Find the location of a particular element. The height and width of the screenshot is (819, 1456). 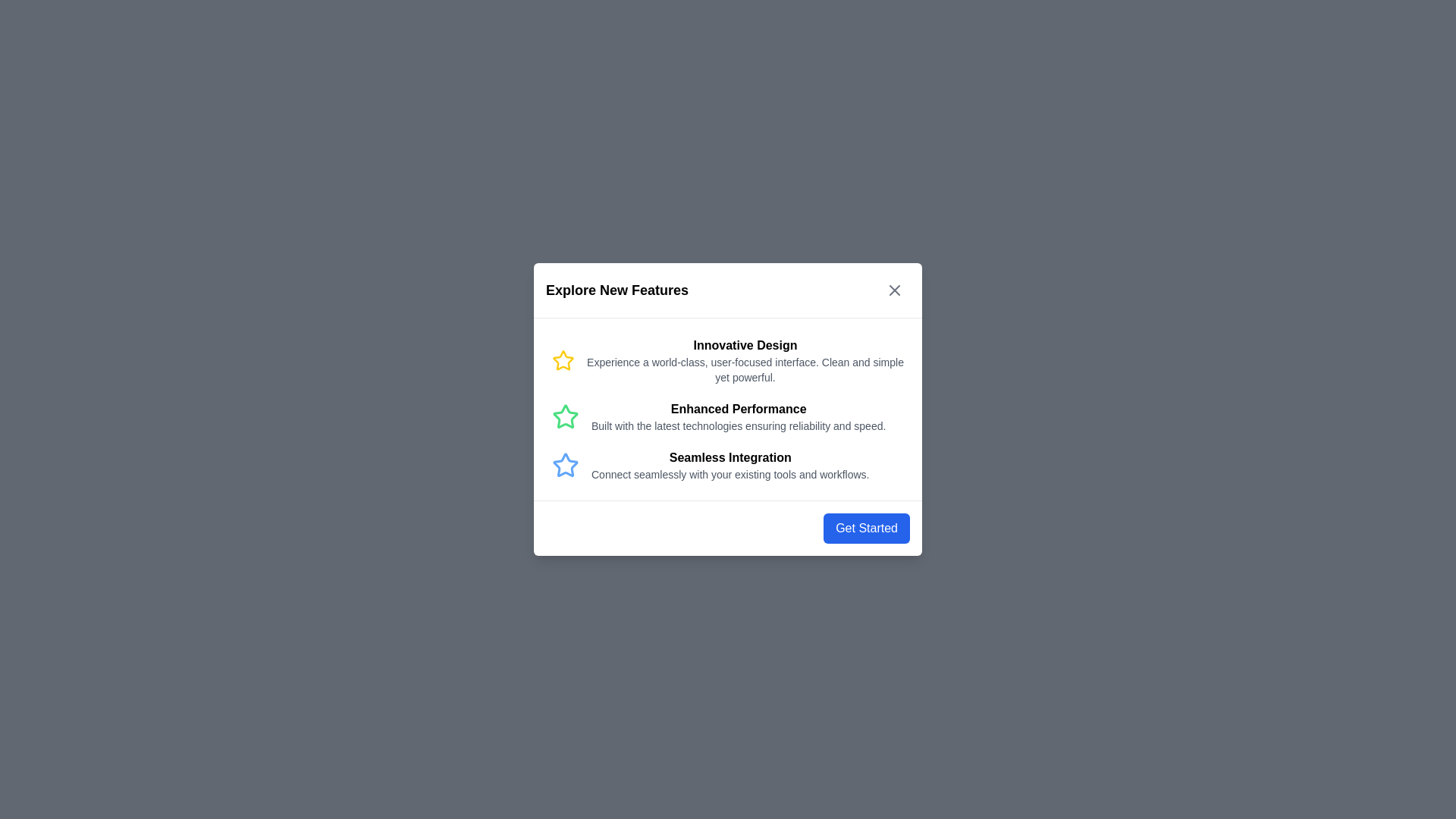

the descriptive text element providing information for 'Enhanced Performance', located directly below the subtitle is located at coordinates (739, 426).